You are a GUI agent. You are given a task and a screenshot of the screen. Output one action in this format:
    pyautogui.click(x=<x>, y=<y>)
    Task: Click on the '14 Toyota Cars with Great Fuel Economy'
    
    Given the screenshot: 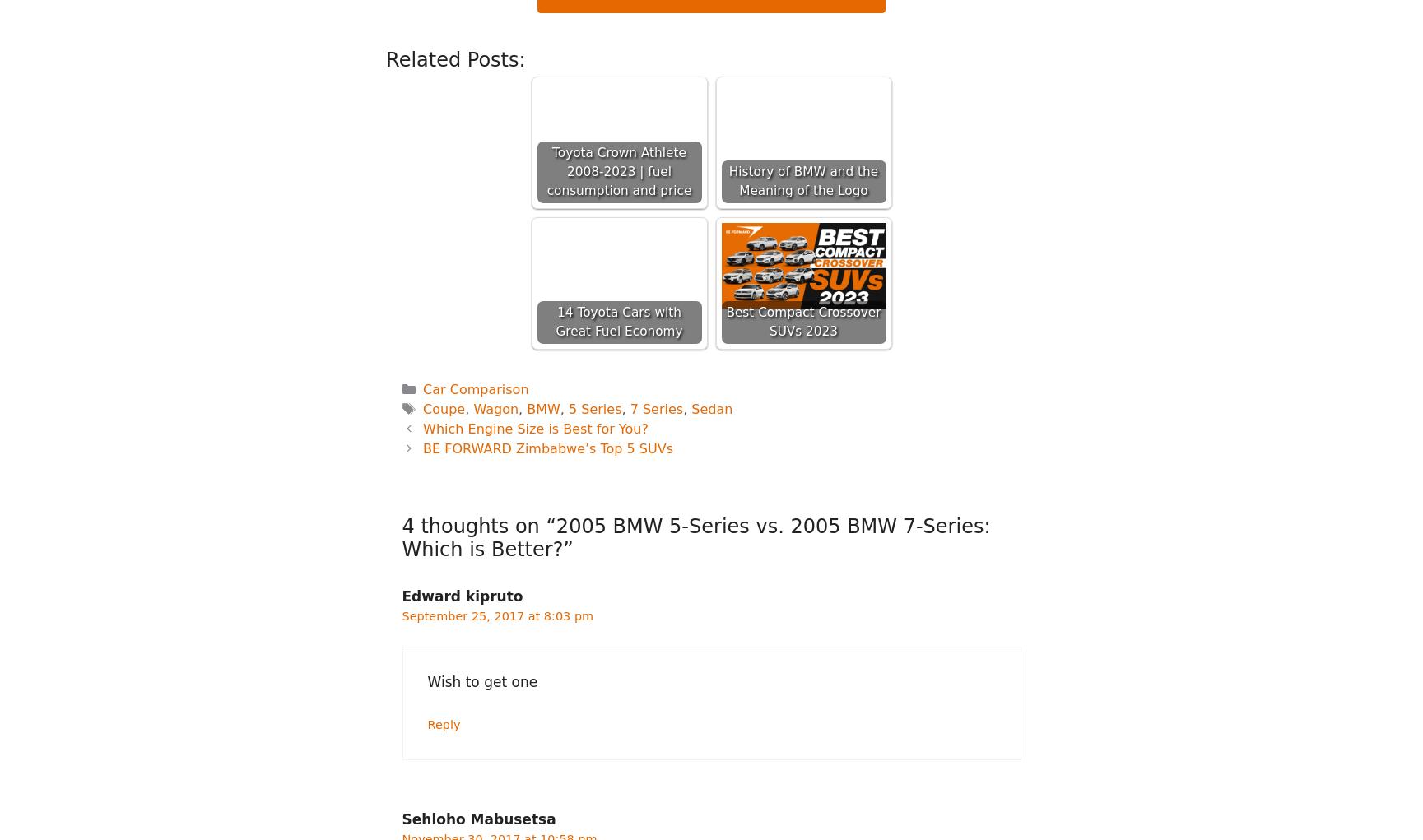 What is the action you would take?
    pyautogui.click(x=555, y=321)
    